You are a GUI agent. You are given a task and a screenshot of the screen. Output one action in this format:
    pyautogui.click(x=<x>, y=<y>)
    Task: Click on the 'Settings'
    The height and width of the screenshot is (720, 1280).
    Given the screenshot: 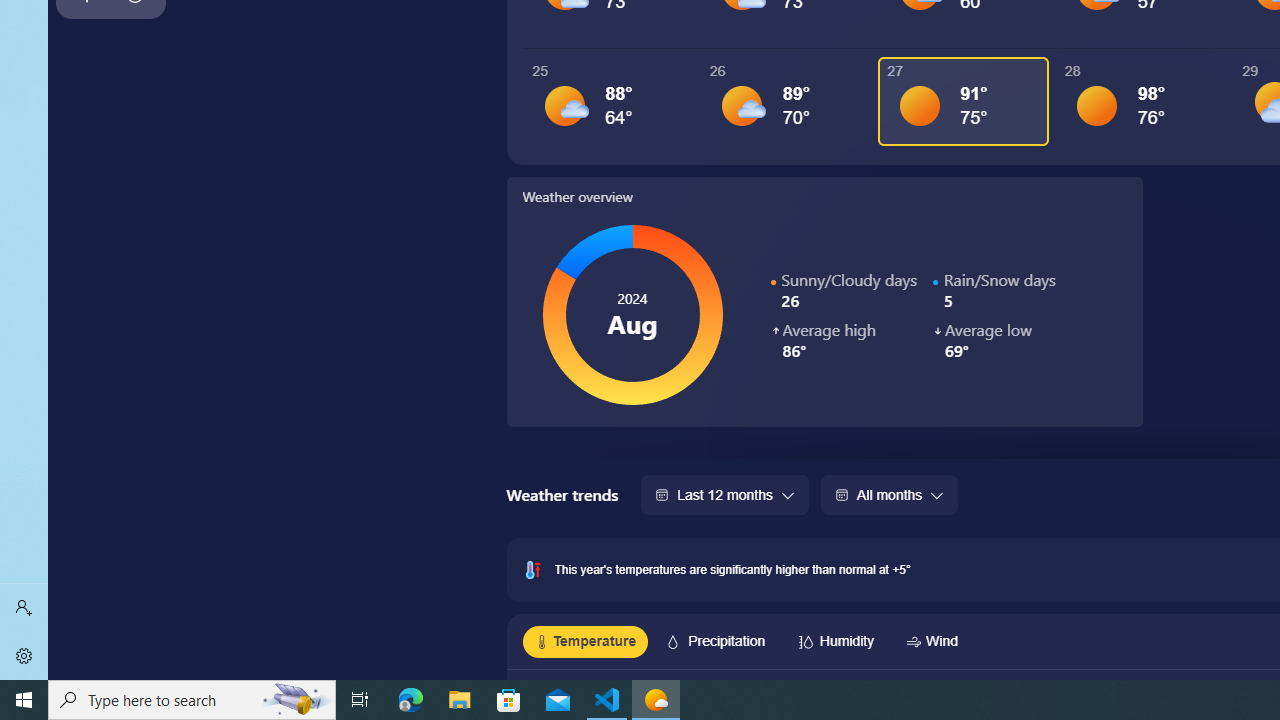 What is the action you would take?
    pyautogui.click(x=24, y=655)
    